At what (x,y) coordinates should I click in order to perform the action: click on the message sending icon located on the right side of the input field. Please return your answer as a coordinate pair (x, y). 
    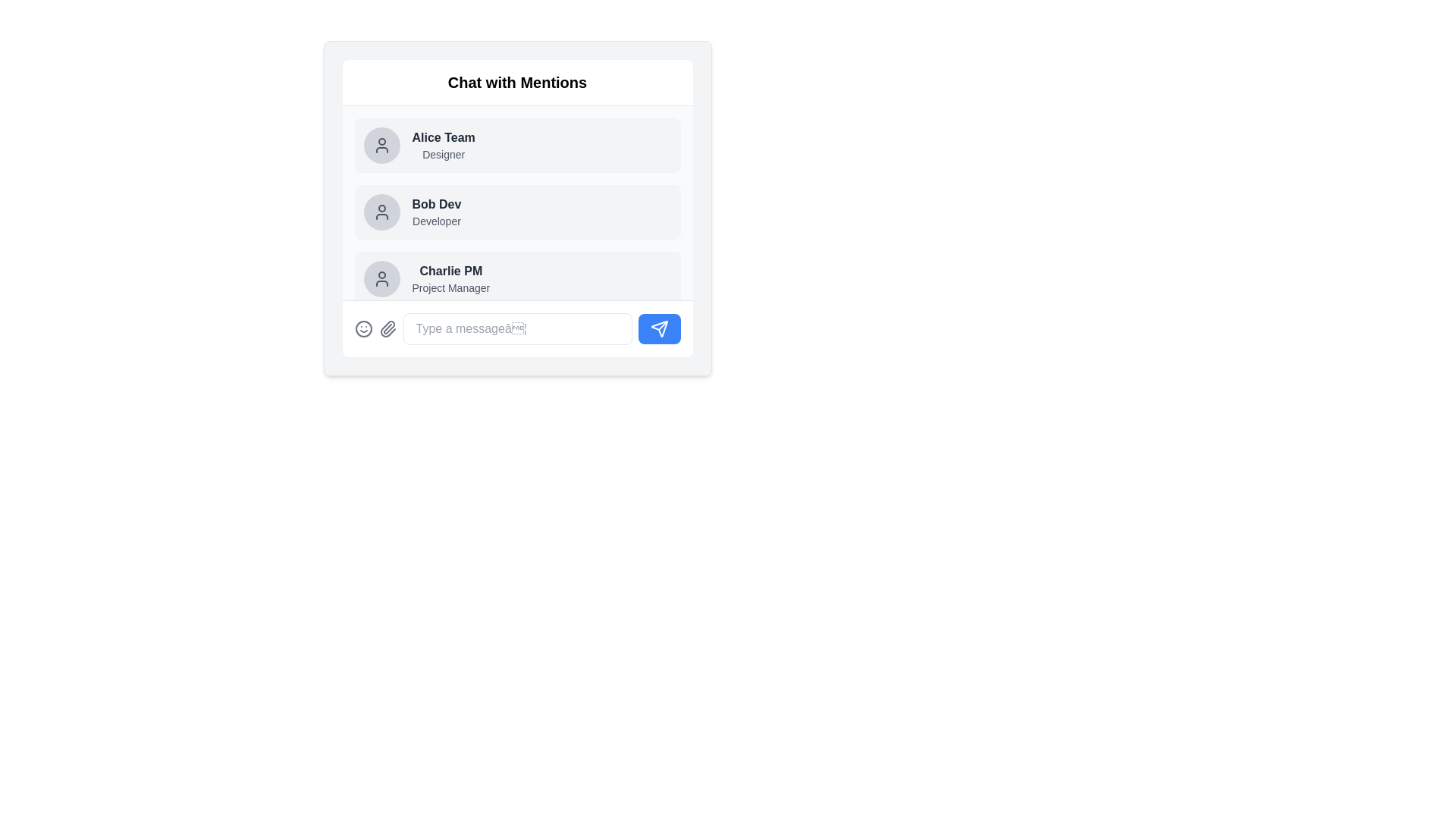
    Looking at the image, I should click on (659, 328).